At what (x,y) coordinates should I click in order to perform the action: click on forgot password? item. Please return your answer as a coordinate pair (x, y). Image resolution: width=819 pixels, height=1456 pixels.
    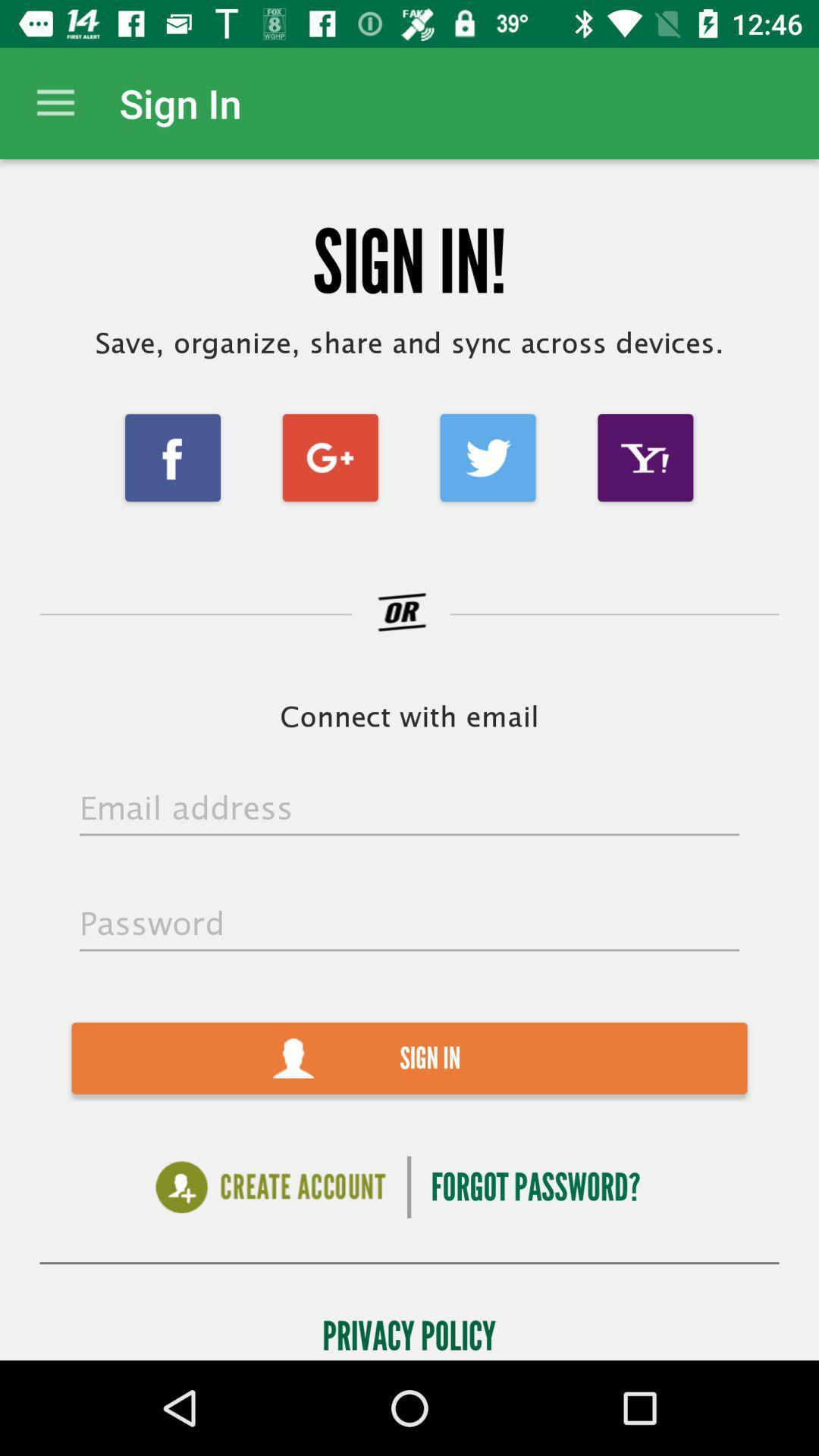
    Looking at the image, I should click on (535, 1186).